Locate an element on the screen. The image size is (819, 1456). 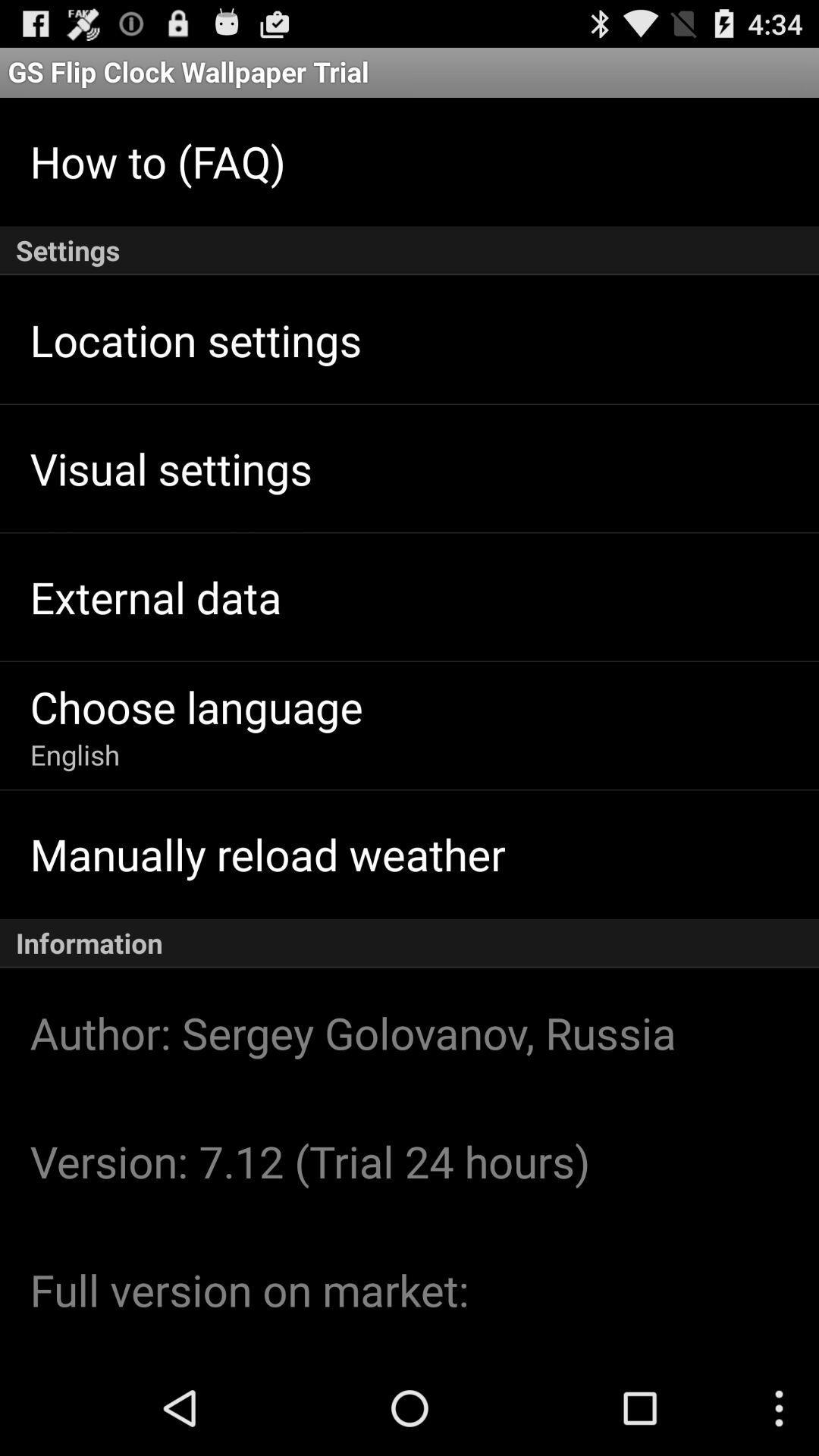
information icon is located at coordinates (409, 943).